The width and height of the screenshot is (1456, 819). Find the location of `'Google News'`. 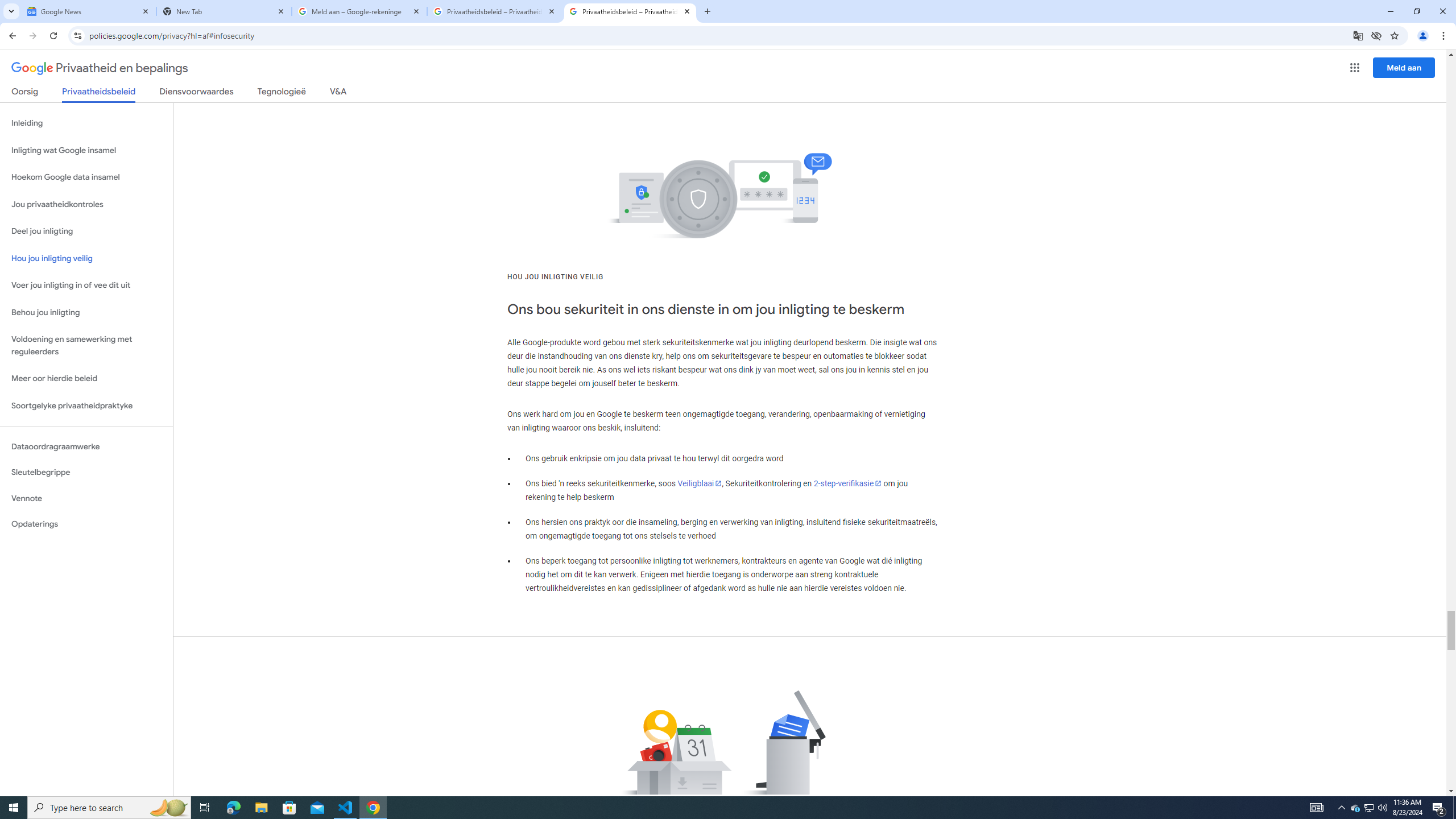

'Google News' is located at coordinates (88, 11).